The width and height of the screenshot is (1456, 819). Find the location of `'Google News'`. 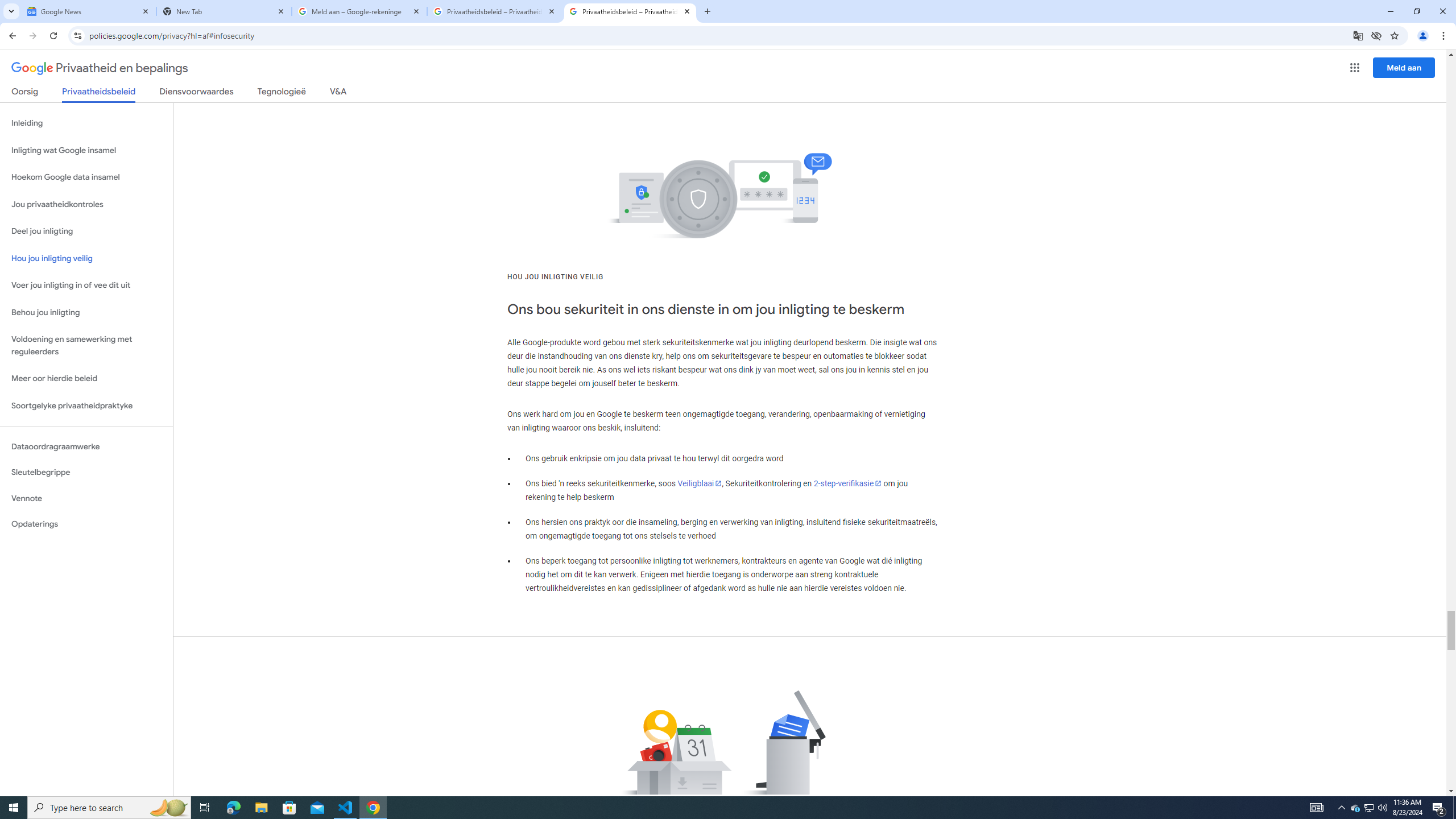

'Google News' is located at coordinates (88, 11).